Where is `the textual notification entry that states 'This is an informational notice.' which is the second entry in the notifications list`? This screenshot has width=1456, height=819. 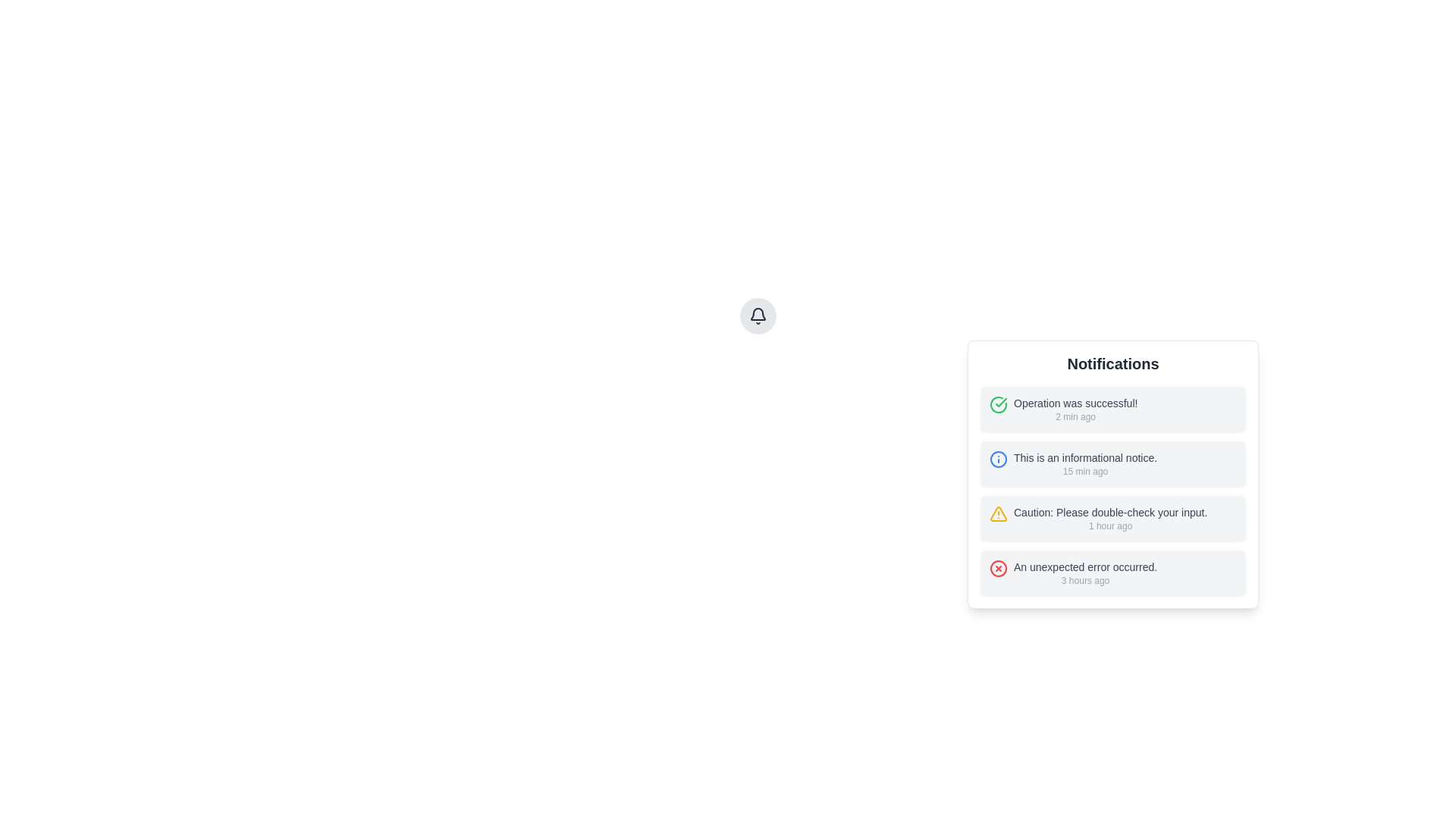
the textual notification entry that states 'This is an informational notice.' which is the second entry in the notifications list is located at coordinates (1084, 463).